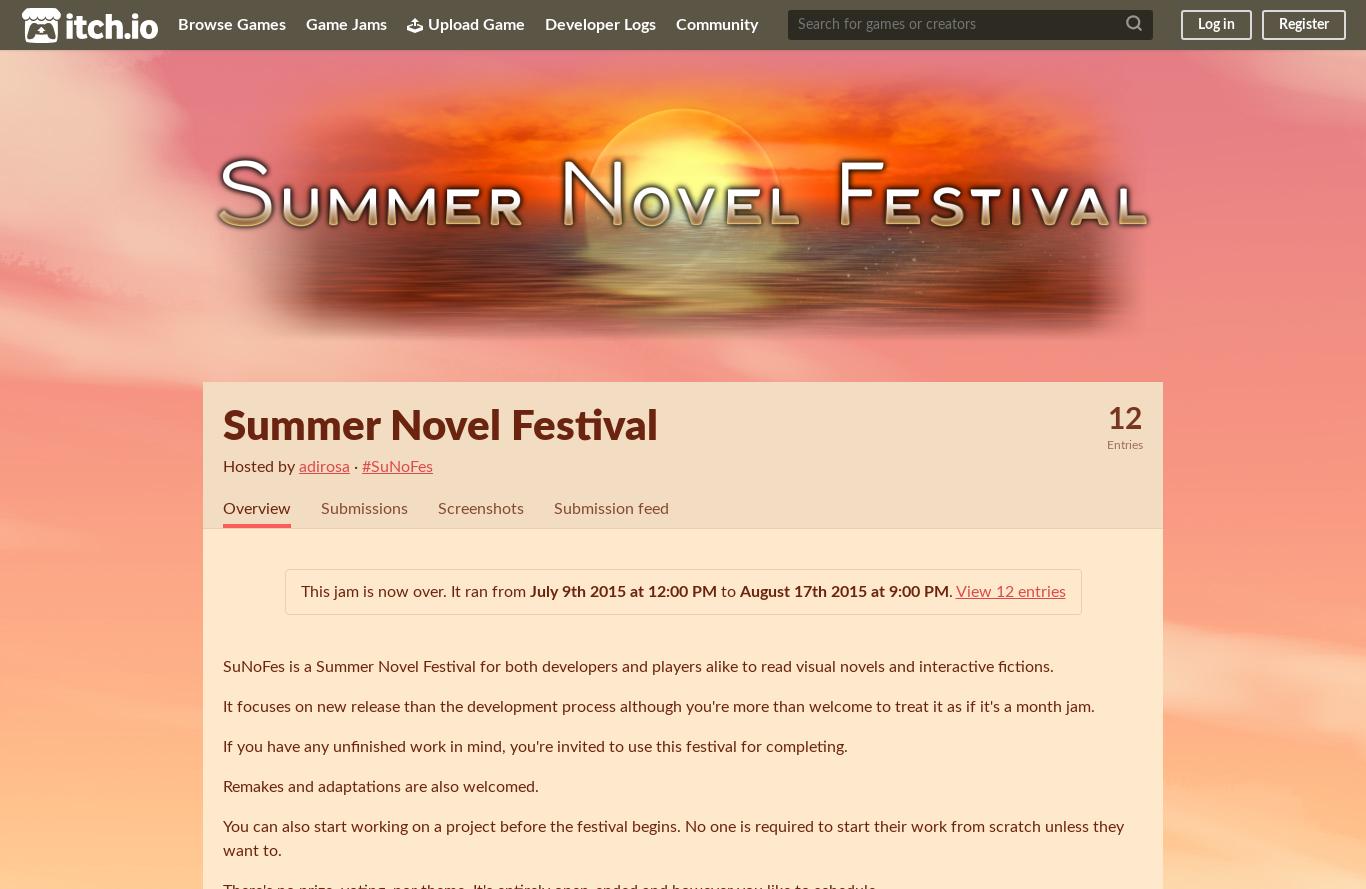 This screenshot has width=1366, height=889. I want to click on 'Community', so click(717, 24).